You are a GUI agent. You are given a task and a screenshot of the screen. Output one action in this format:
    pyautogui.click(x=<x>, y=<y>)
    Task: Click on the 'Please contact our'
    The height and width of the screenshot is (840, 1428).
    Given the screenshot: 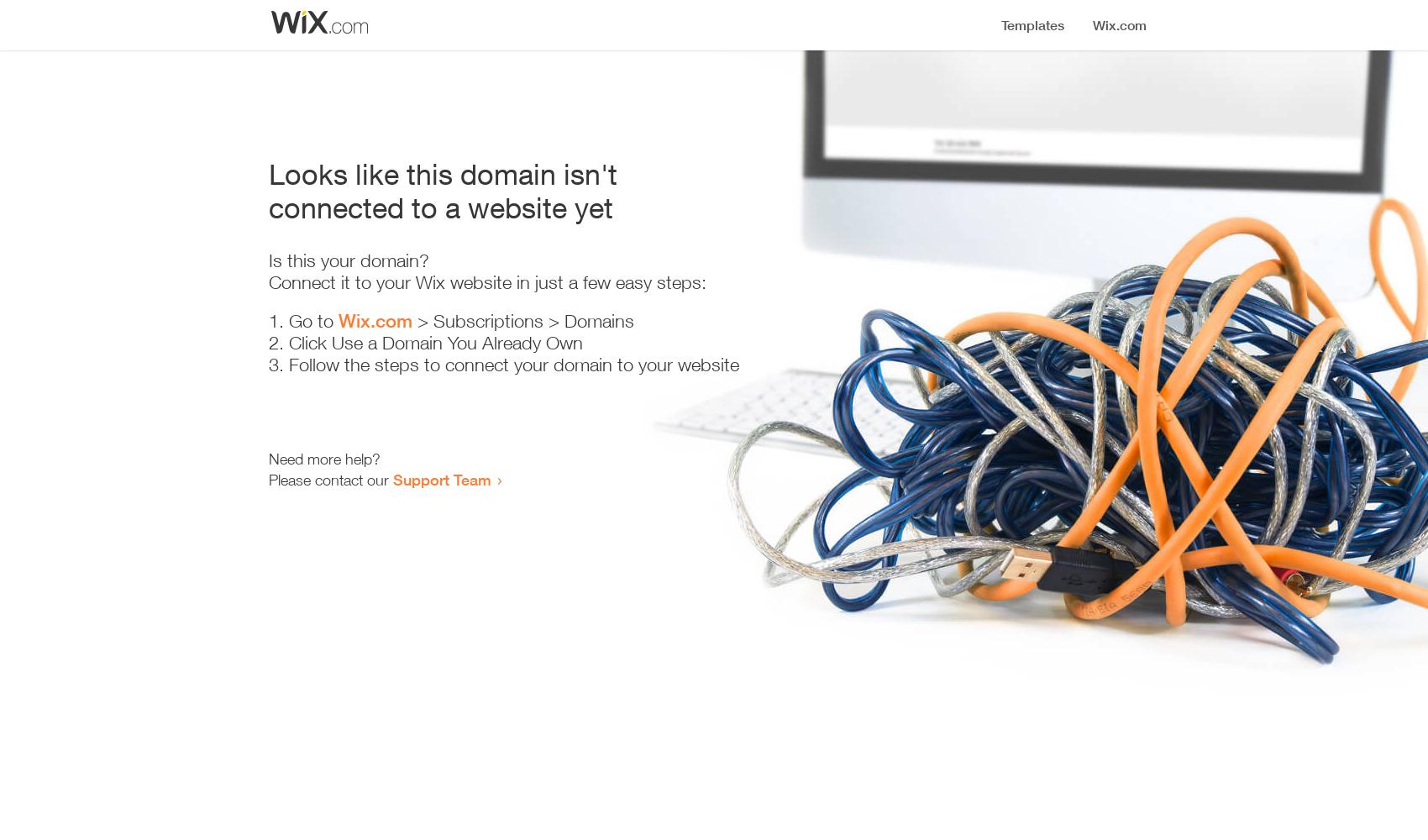 What is the action you would take?
    pyautogui.click(x=330, y=479)
    